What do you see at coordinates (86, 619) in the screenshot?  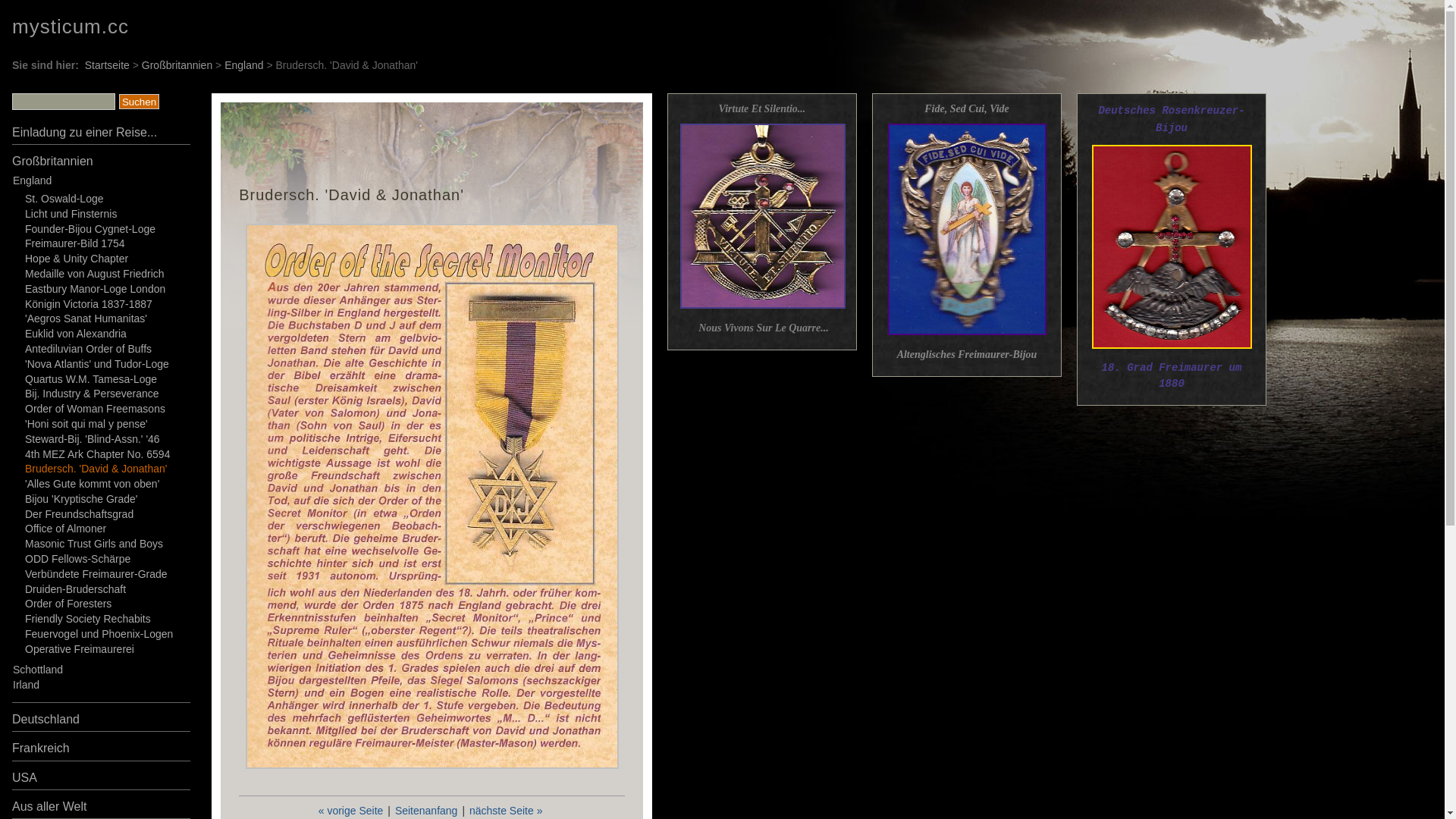 I see `'Friendly Society Rechabits'` at bounding box center [86, 619].